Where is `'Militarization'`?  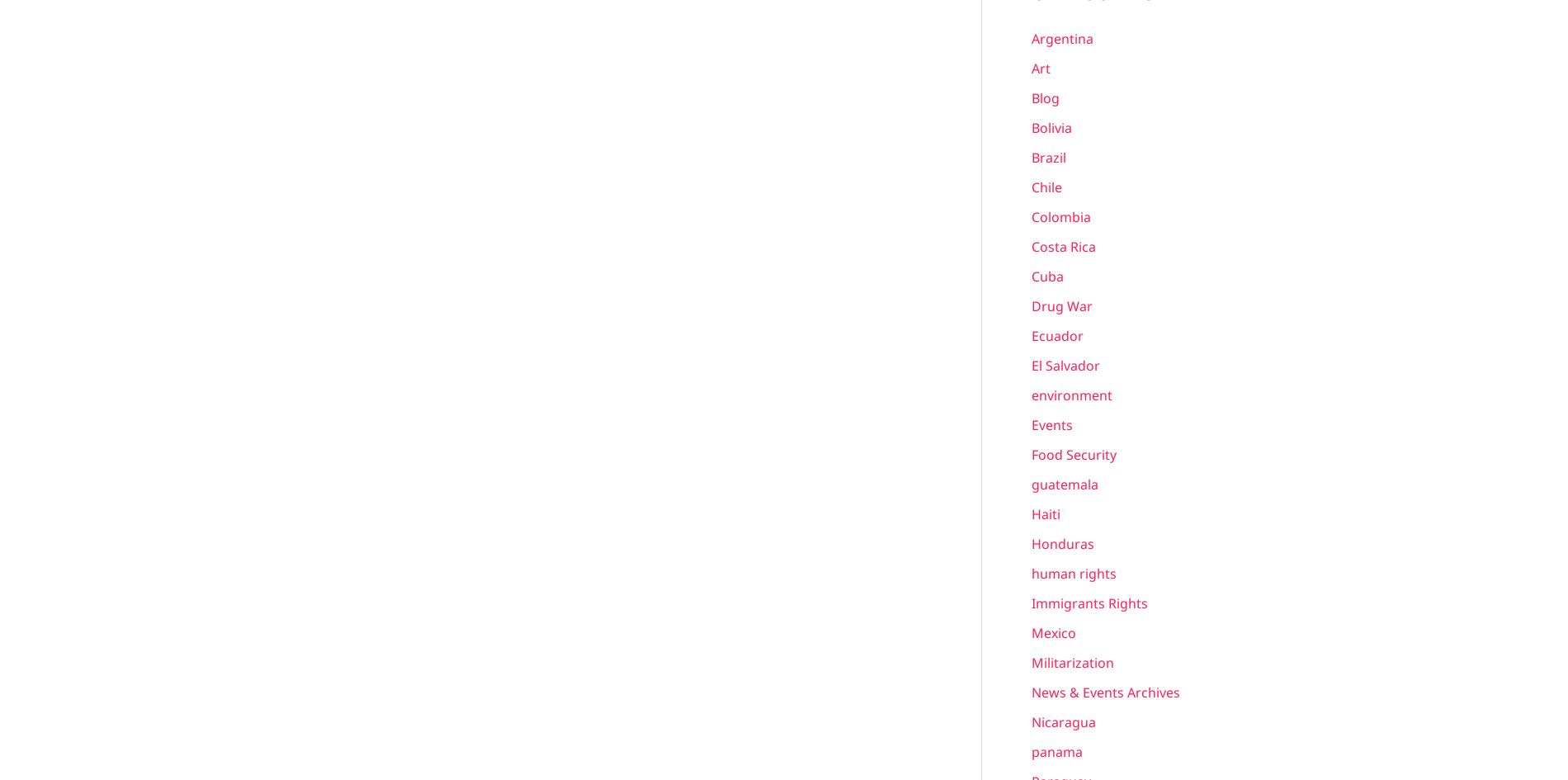 'Militarization' is located at coordinates (1031, 661).